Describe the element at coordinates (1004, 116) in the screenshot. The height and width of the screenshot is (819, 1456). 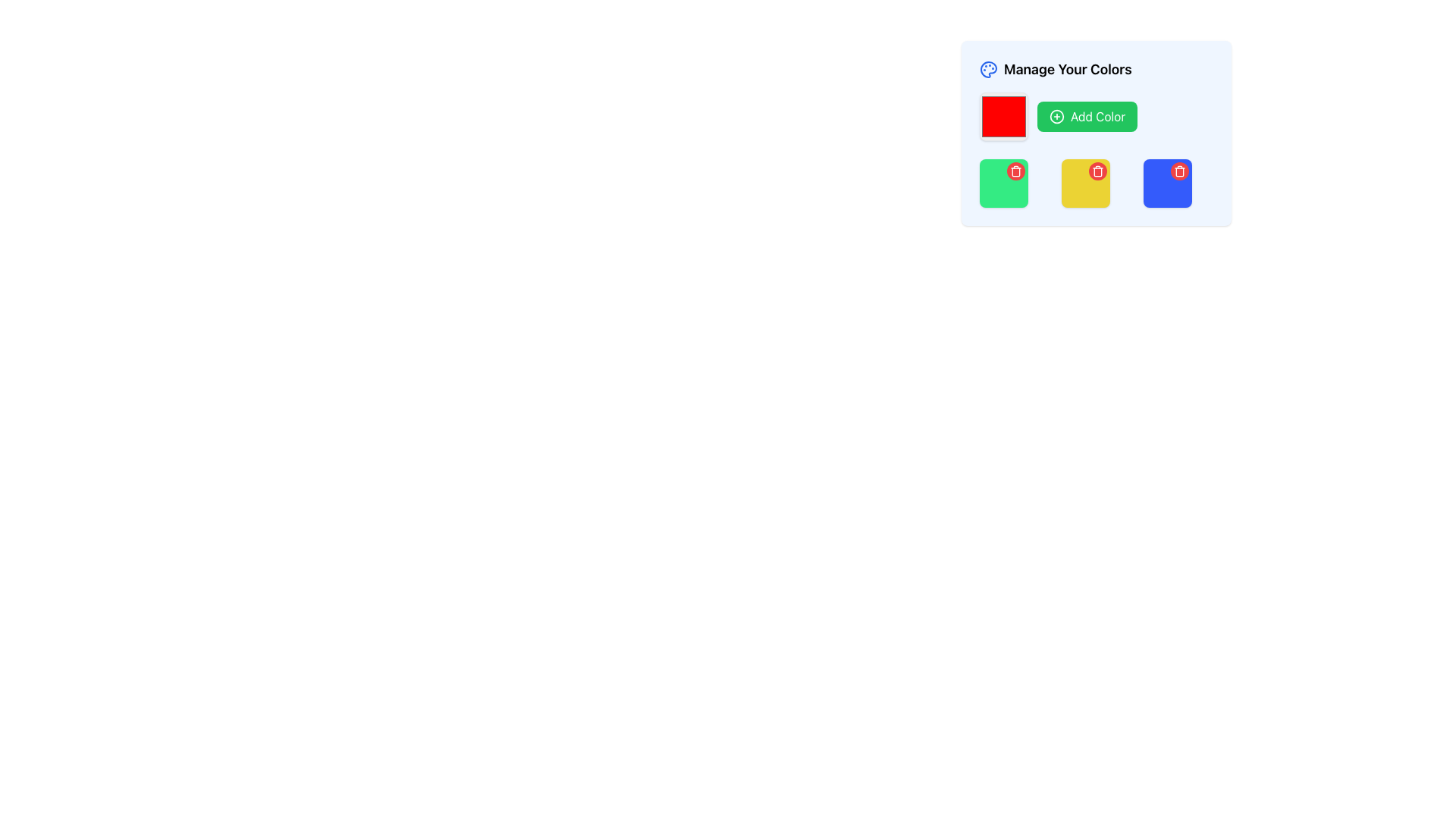
I see `the red color display box, which is a square element with rounded corners and a drop shadow, positioned to the left of the 'Add Color' button` at that location.